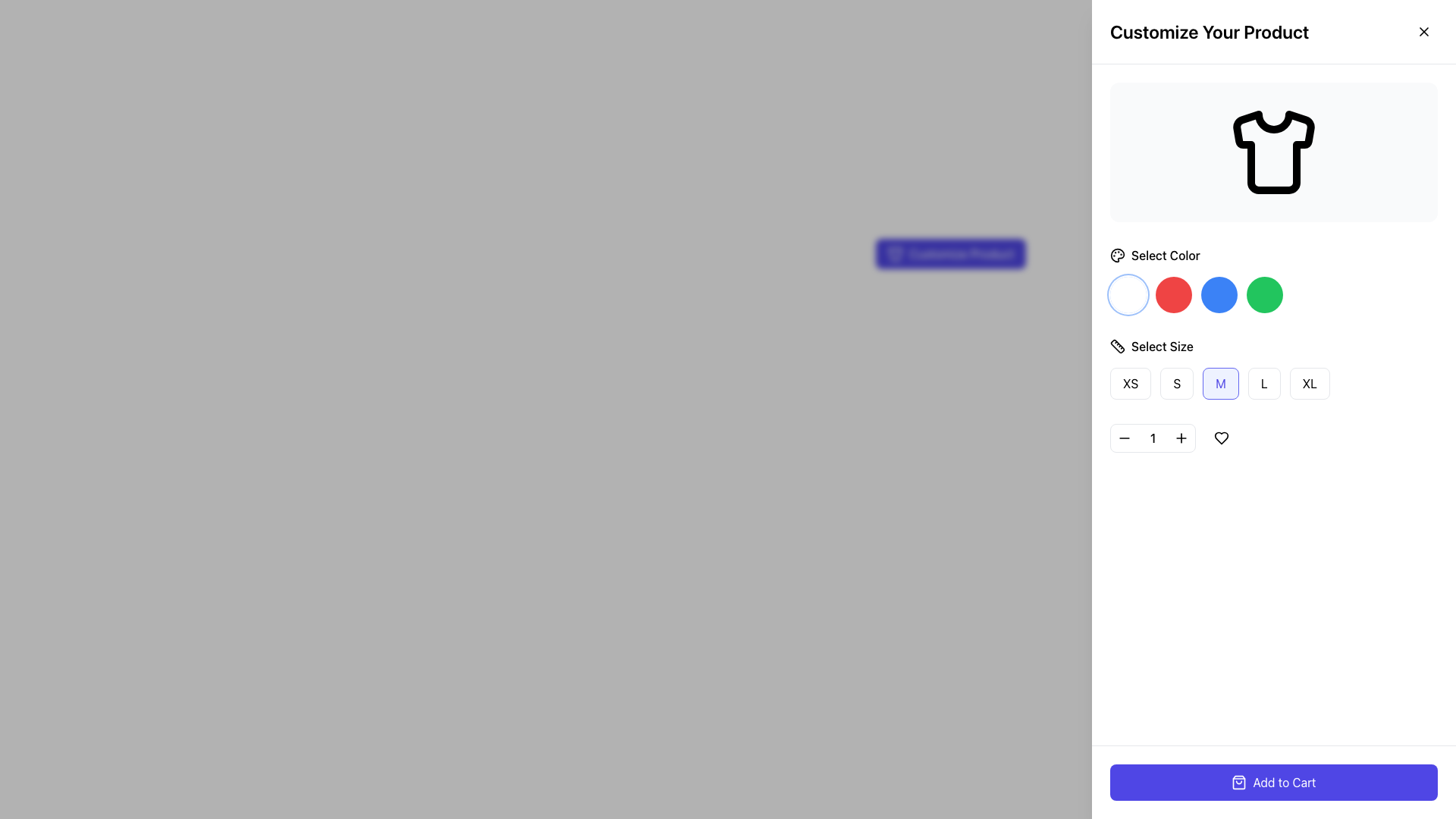  Describe the element at coordinates (1264, 382) in the screenshot. I see `the button` at that location.